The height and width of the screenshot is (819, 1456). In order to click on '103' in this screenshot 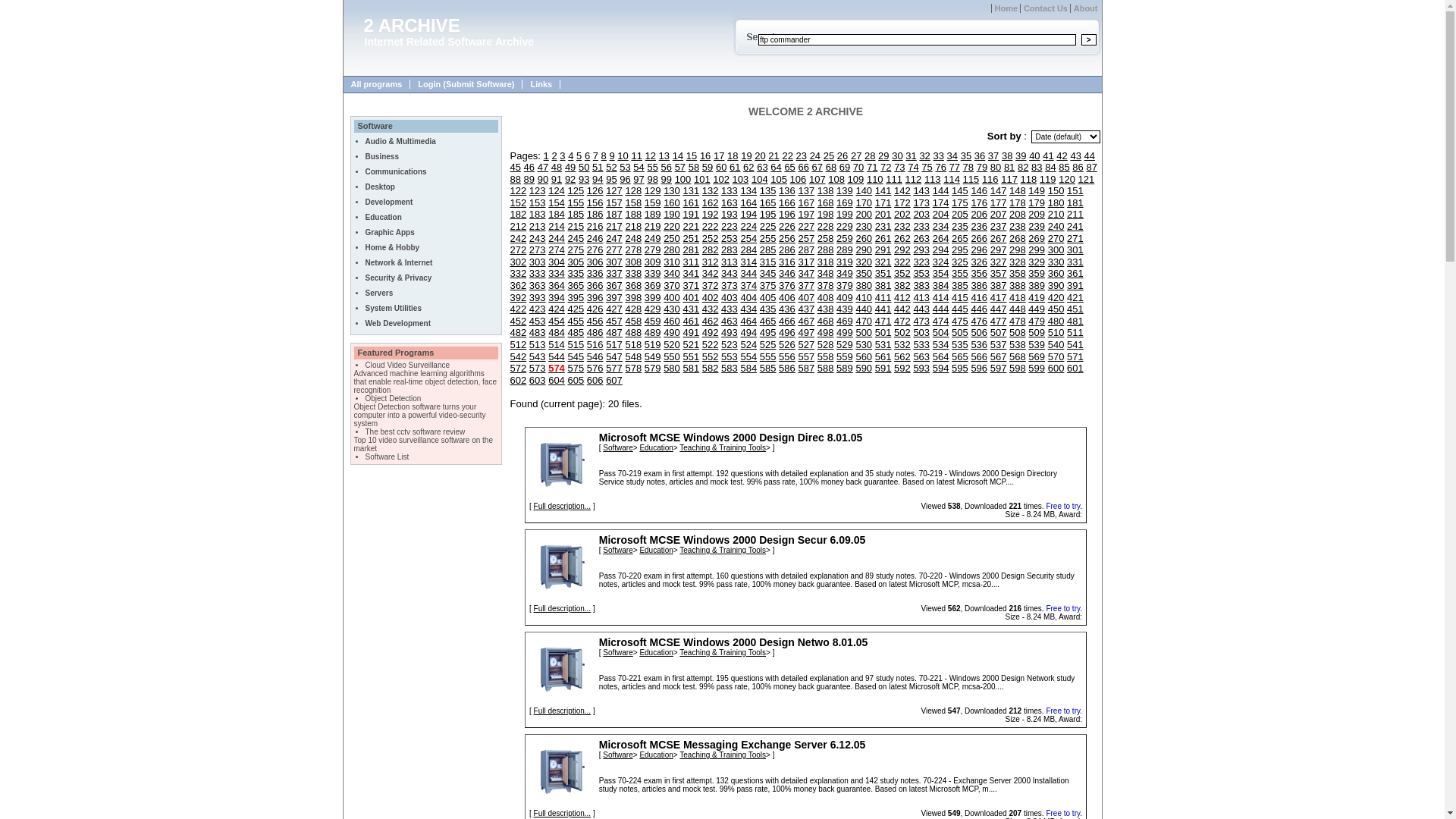, I will do `click(732, 178)`.